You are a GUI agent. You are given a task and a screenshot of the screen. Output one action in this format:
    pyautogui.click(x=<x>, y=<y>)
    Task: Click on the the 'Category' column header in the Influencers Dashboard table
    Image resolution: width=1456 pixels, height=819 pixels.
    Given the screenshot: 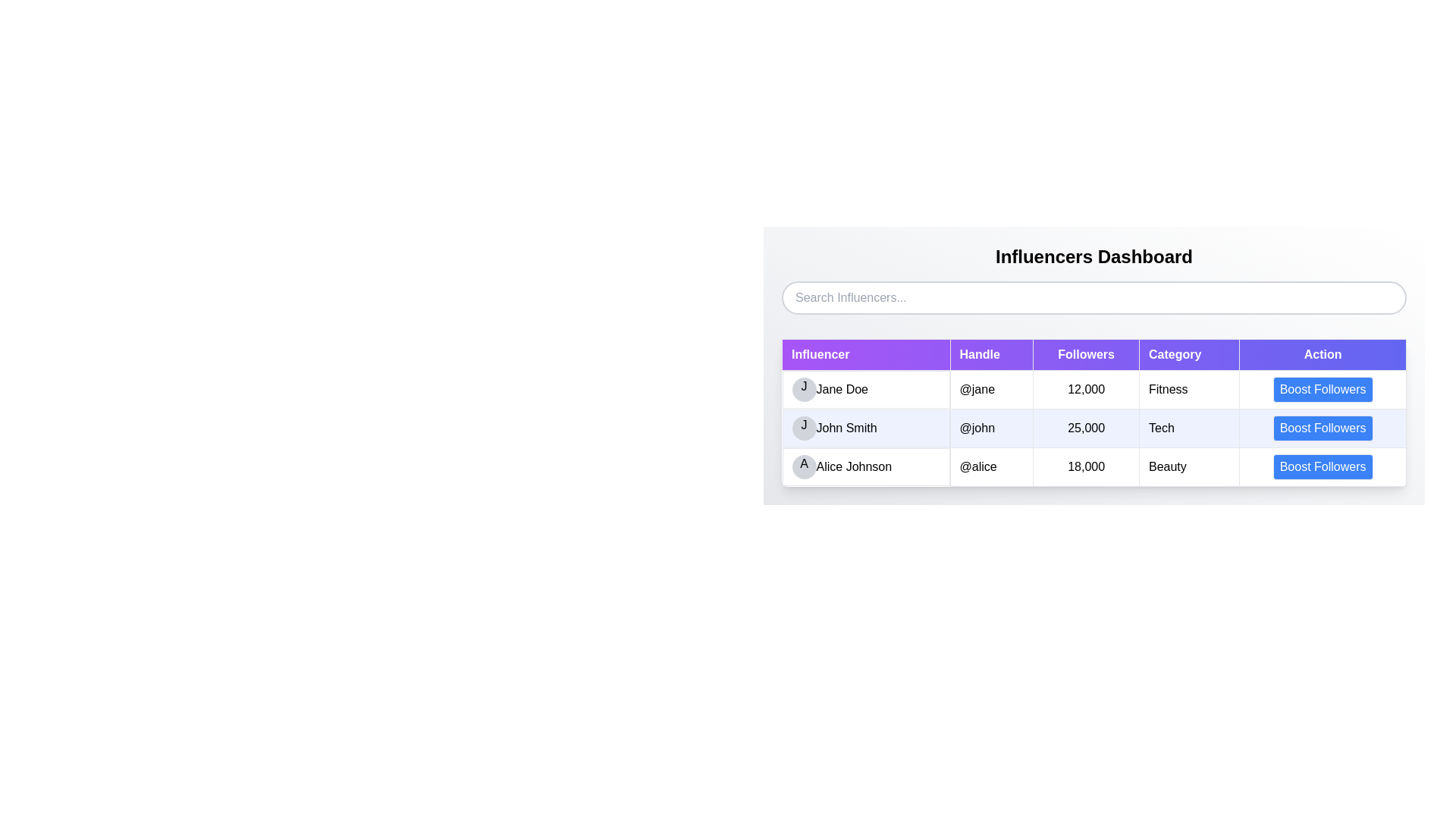 What is the action you would take?
    pyautogui.click(x=1188, y=354)
    